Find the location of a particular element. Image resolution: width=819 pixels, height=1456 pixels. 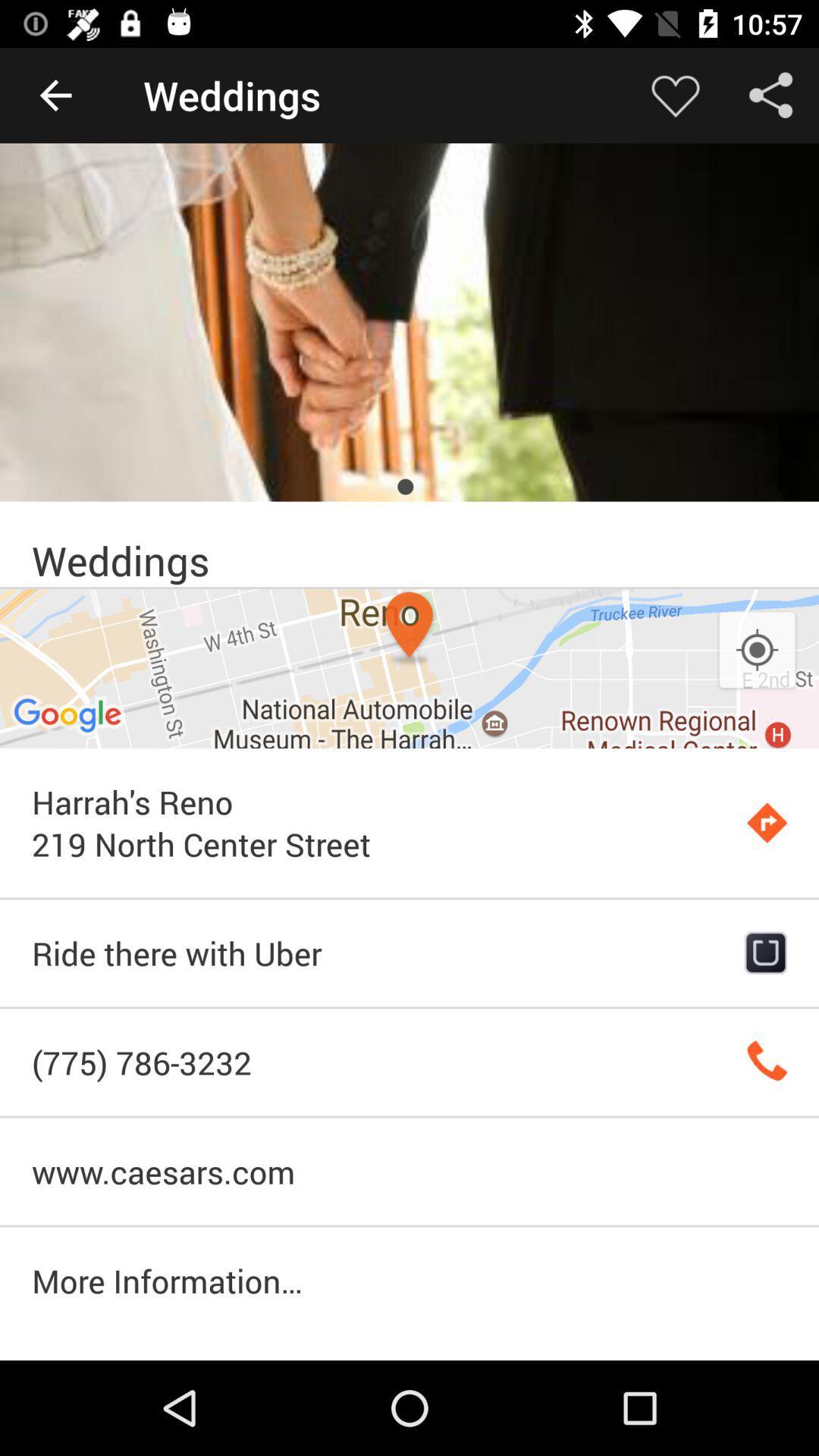

icon next to the weddings is located at coordinates (55, 94).